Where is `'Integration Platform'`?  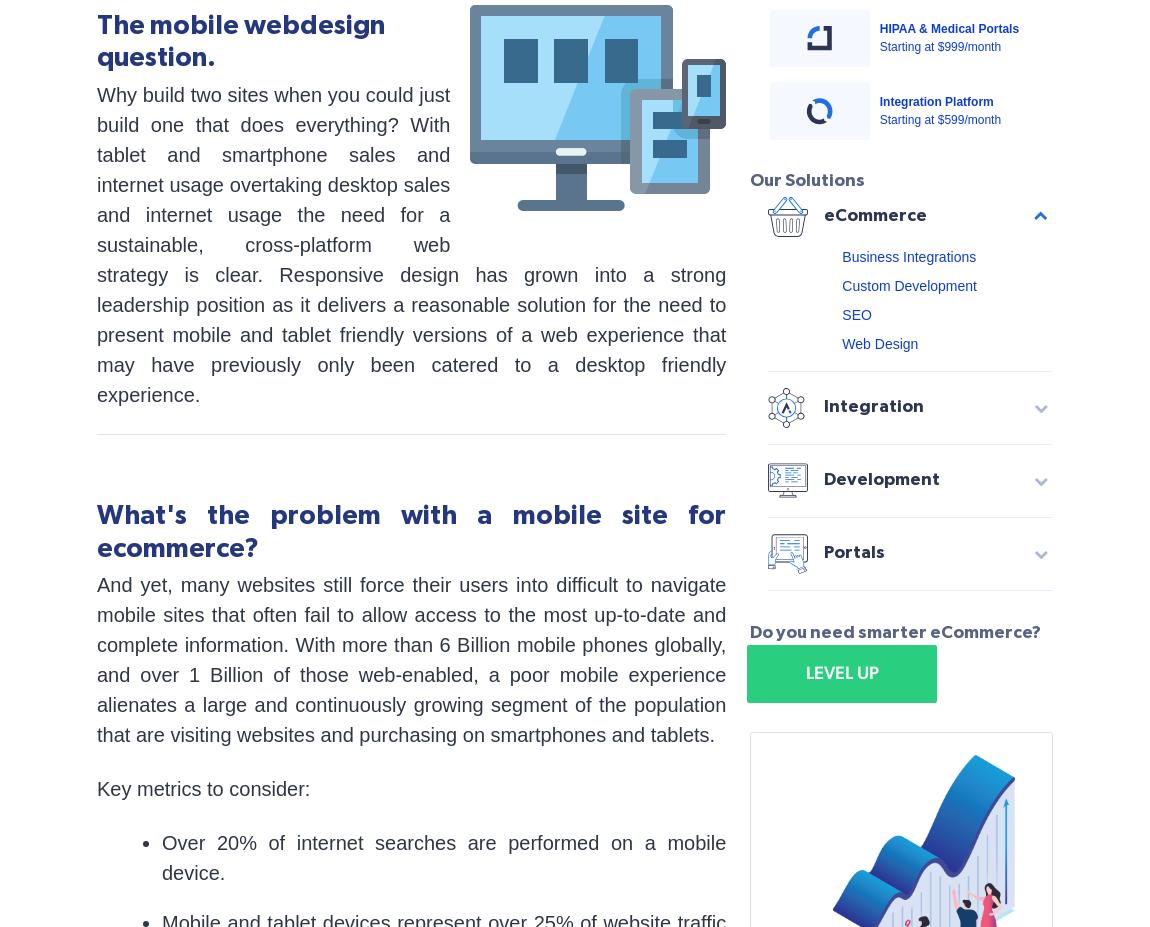
'Integration Platform' is located at coordinates (935, 100).